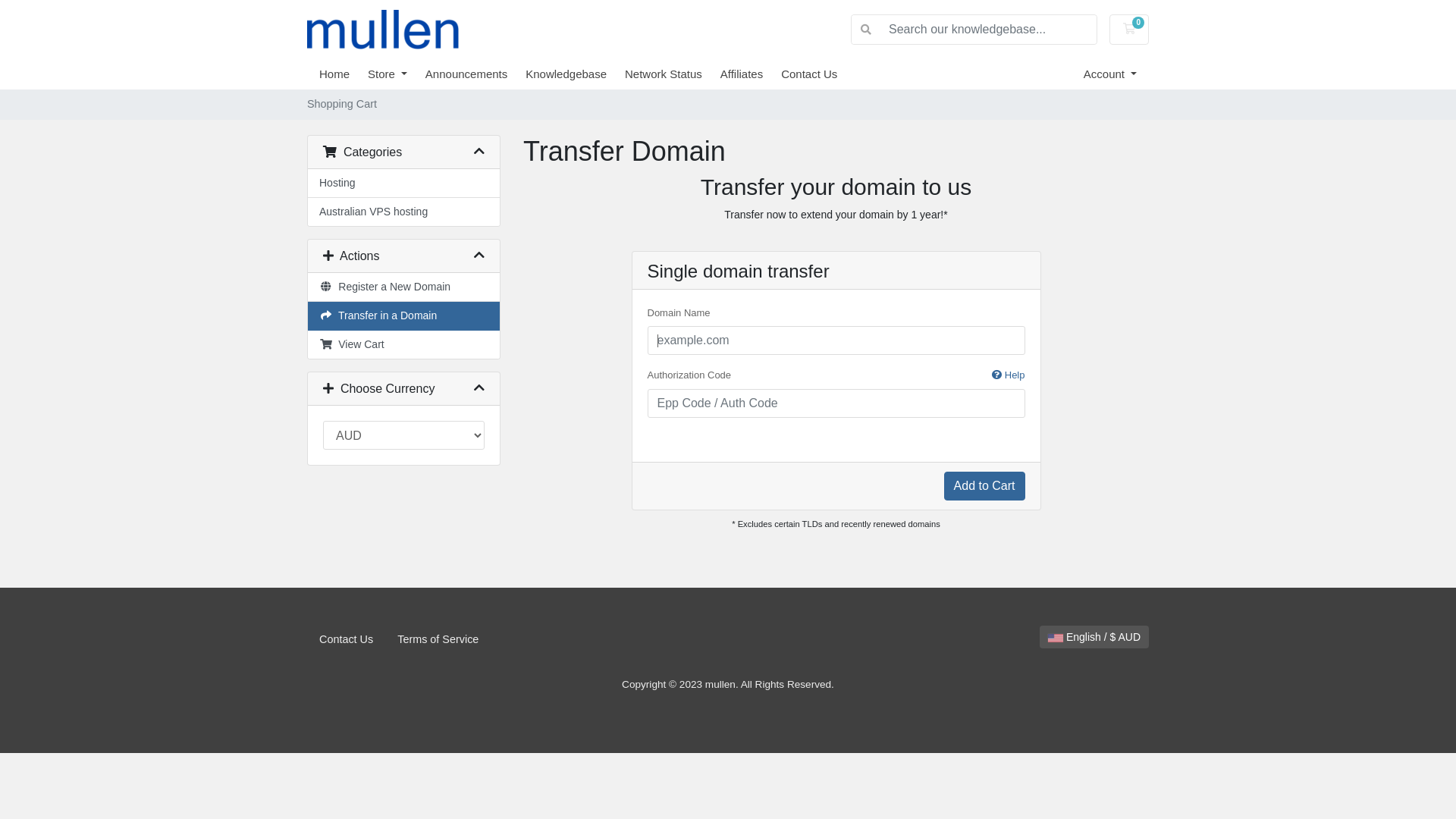 The height and width of the screenshot is (819, 1456). What do you see at coordinates (403, 212) in the screenshot?
I see `'Australian VPS hosting'` at bounding box center [403, 212].